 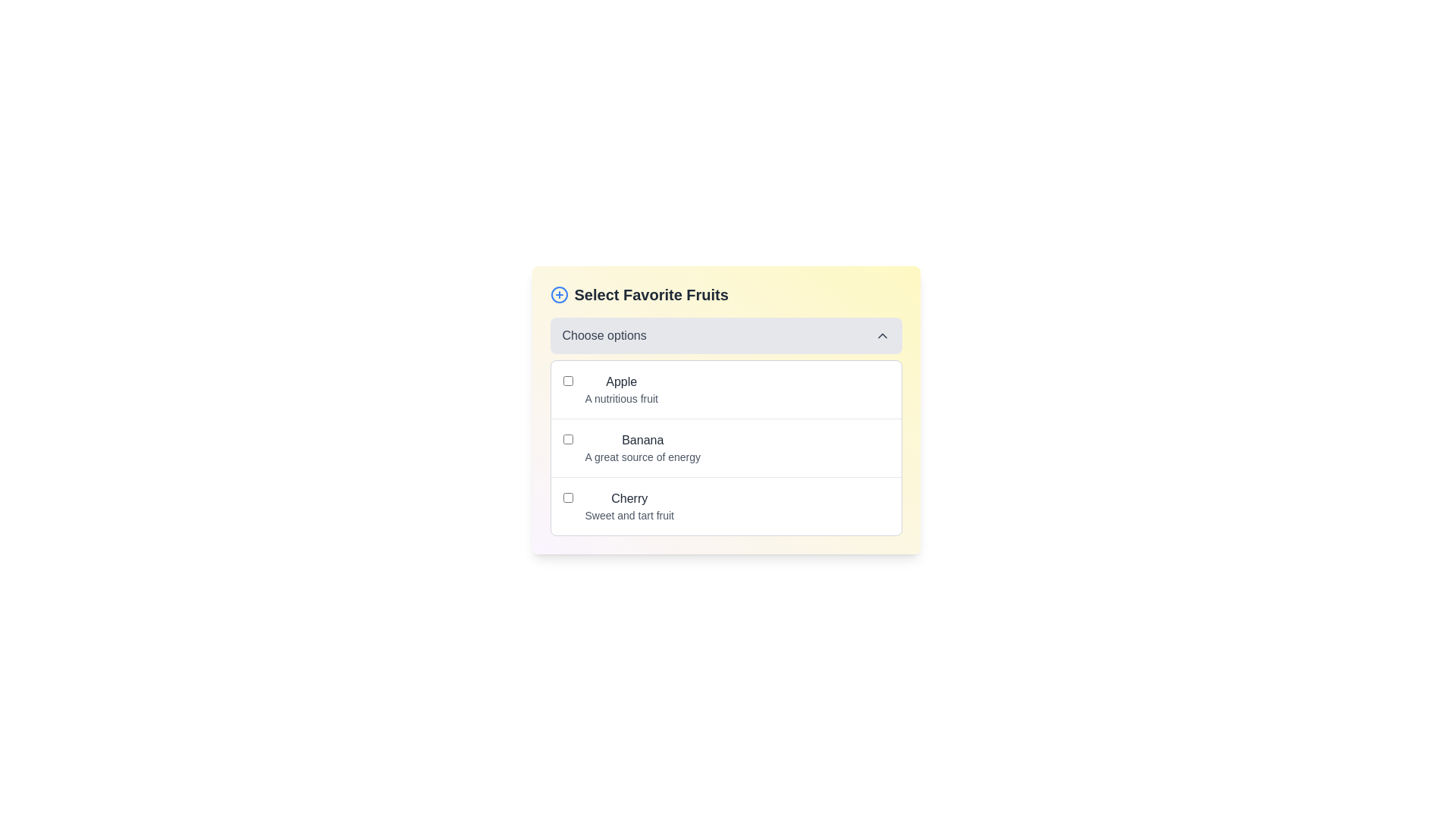 I want to click on the 'Cherry' checkbox option in the 'Select Favorite Fruits' section, so click(x=725, y=506).